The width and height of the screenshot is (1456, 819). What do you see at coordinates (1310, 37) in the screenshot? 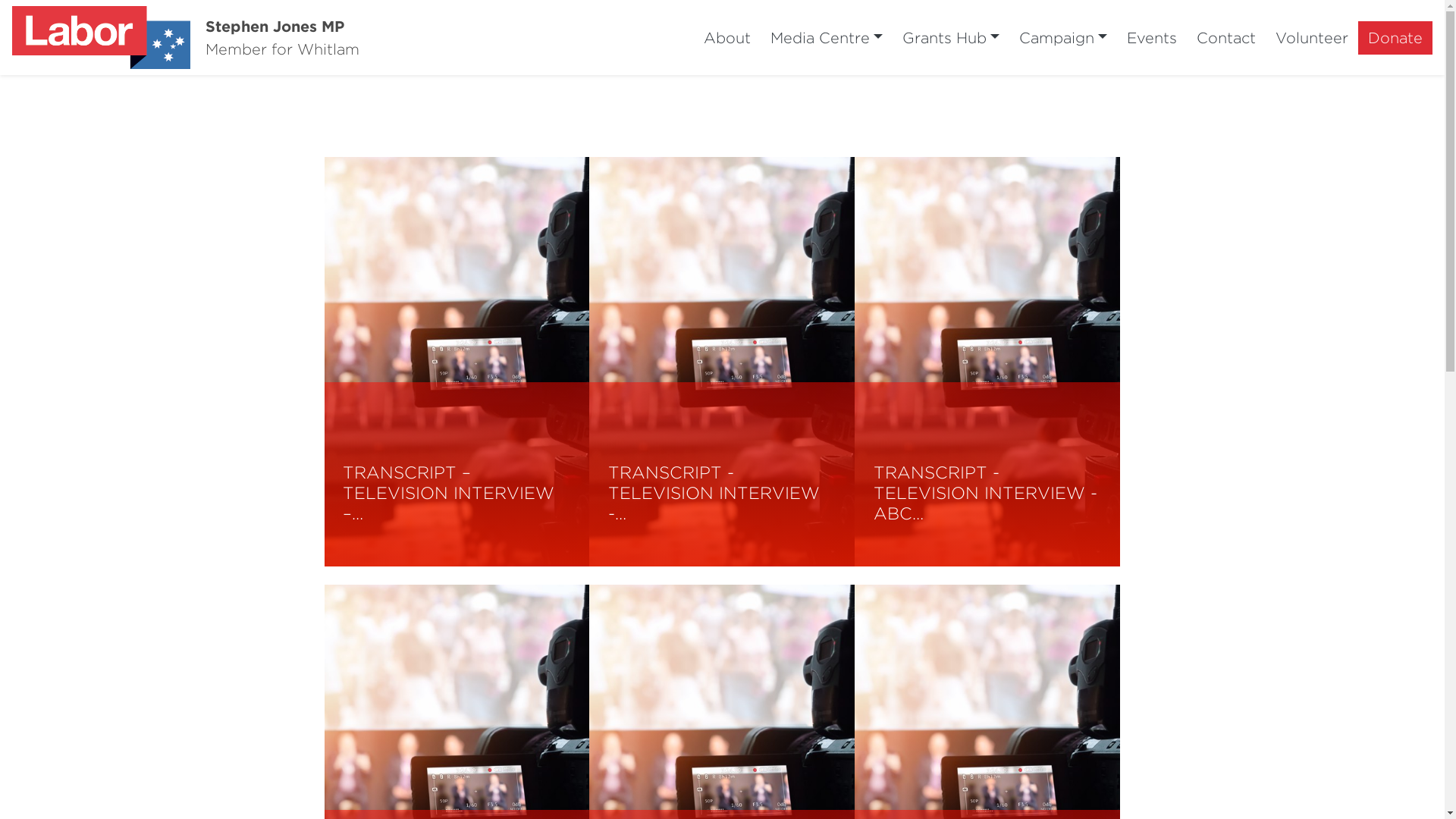
I see `'Volunteer'` at bounding box center [1310, 37].